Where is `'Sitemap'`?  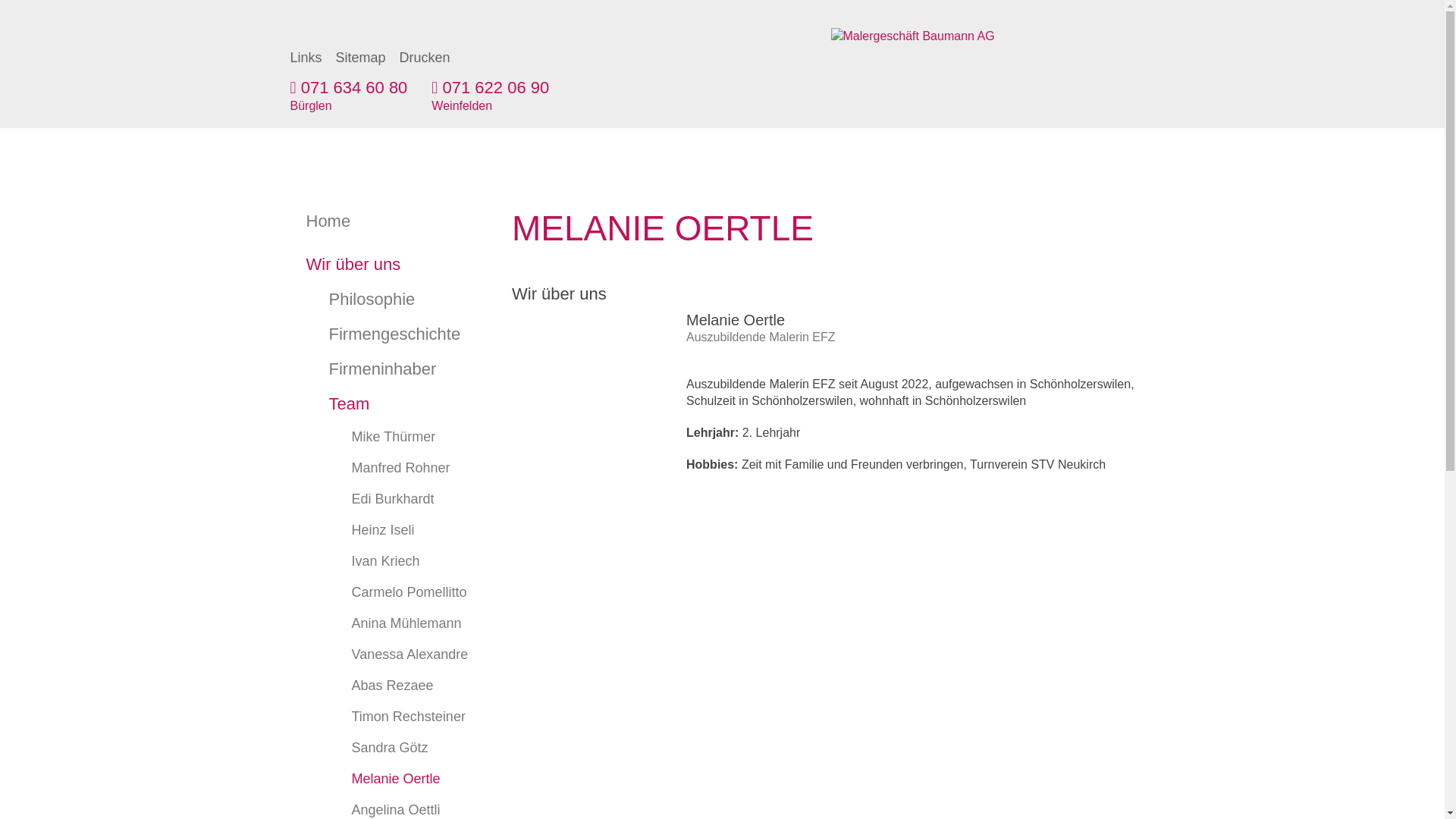
'Sitemap' is located at coordinates (359, 57).